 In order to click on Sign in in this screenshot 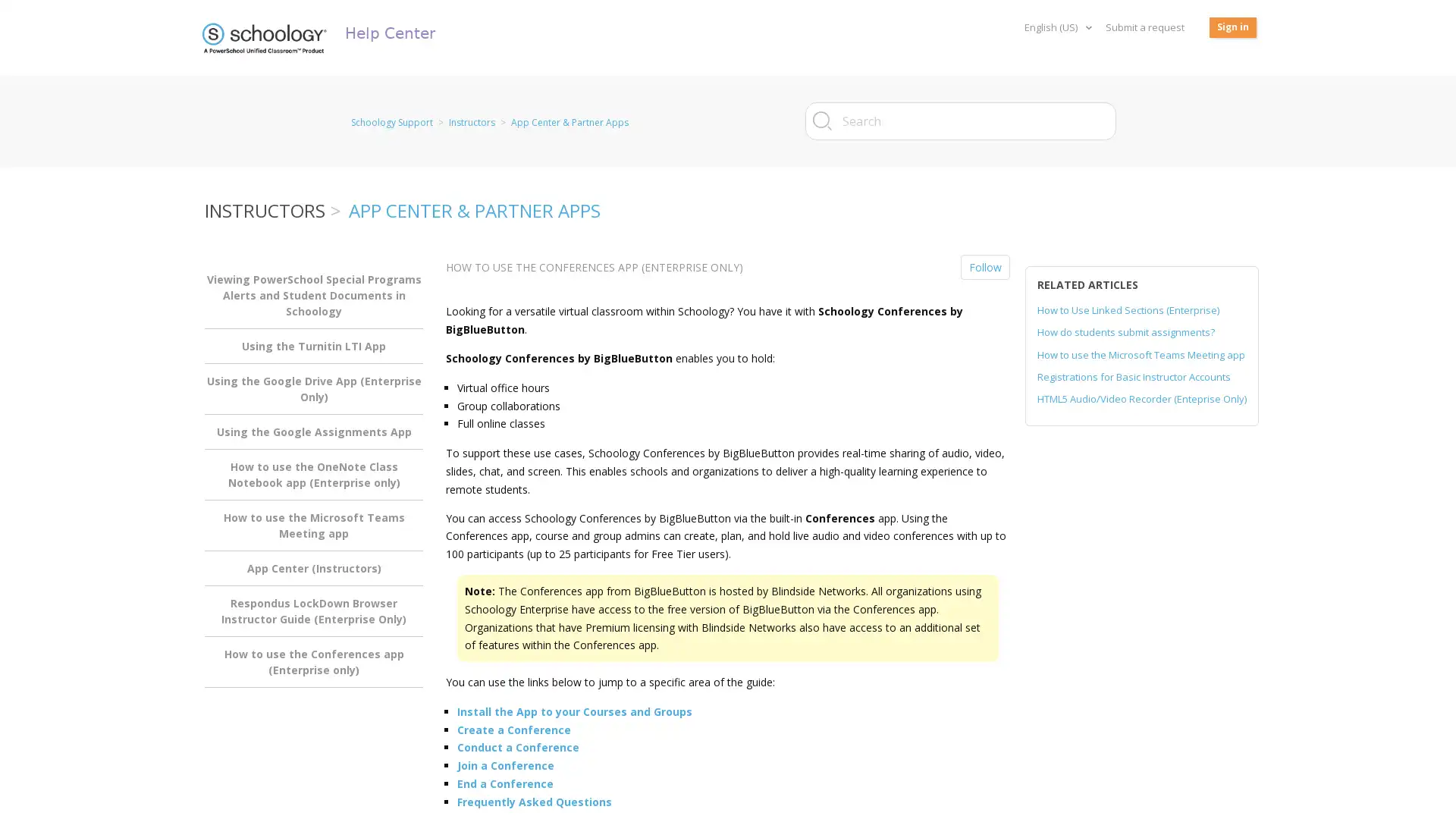, I will do `click(1233, 27)`.